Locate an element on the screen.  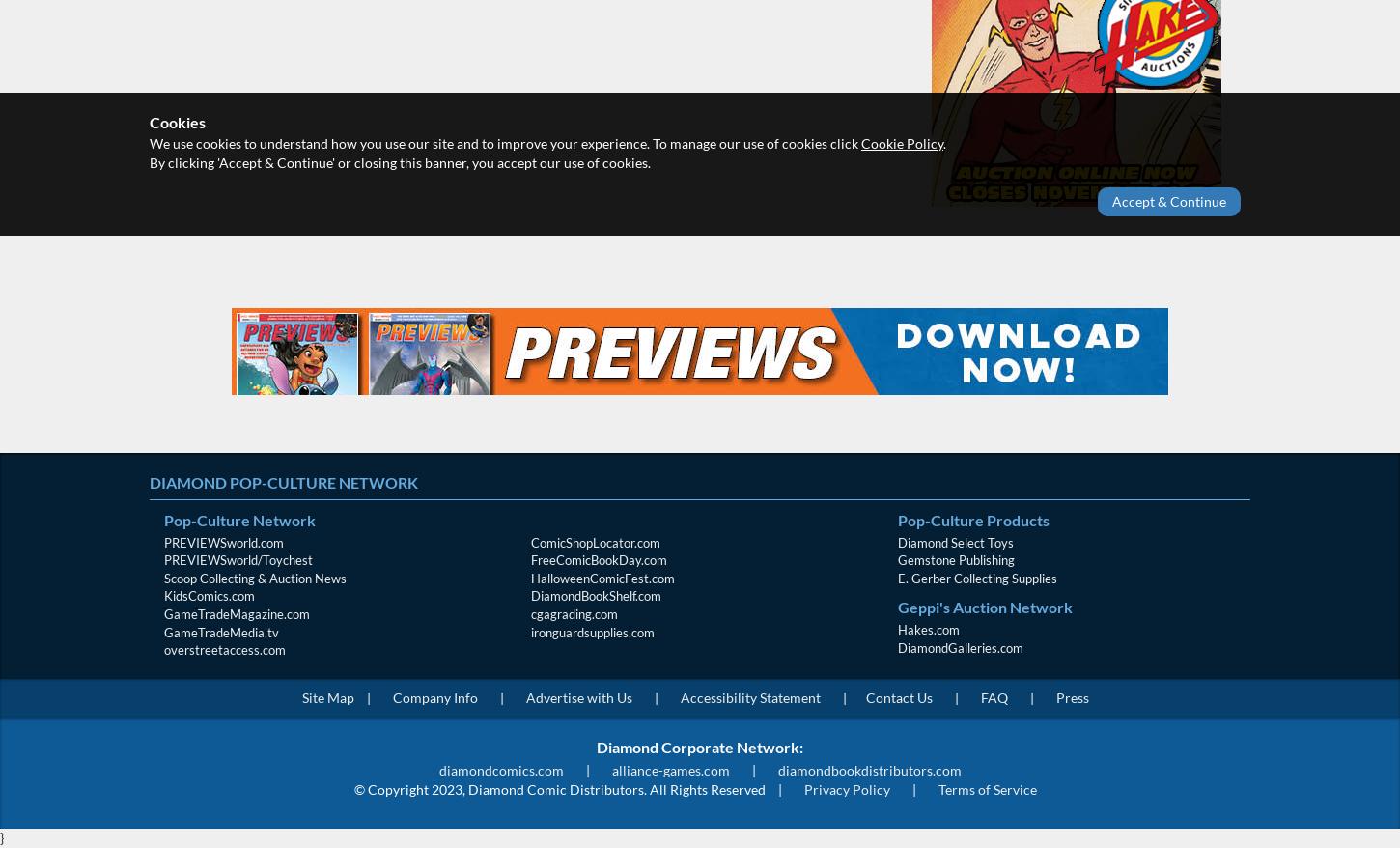
'Company Info' is located at coordinates (433, 695).